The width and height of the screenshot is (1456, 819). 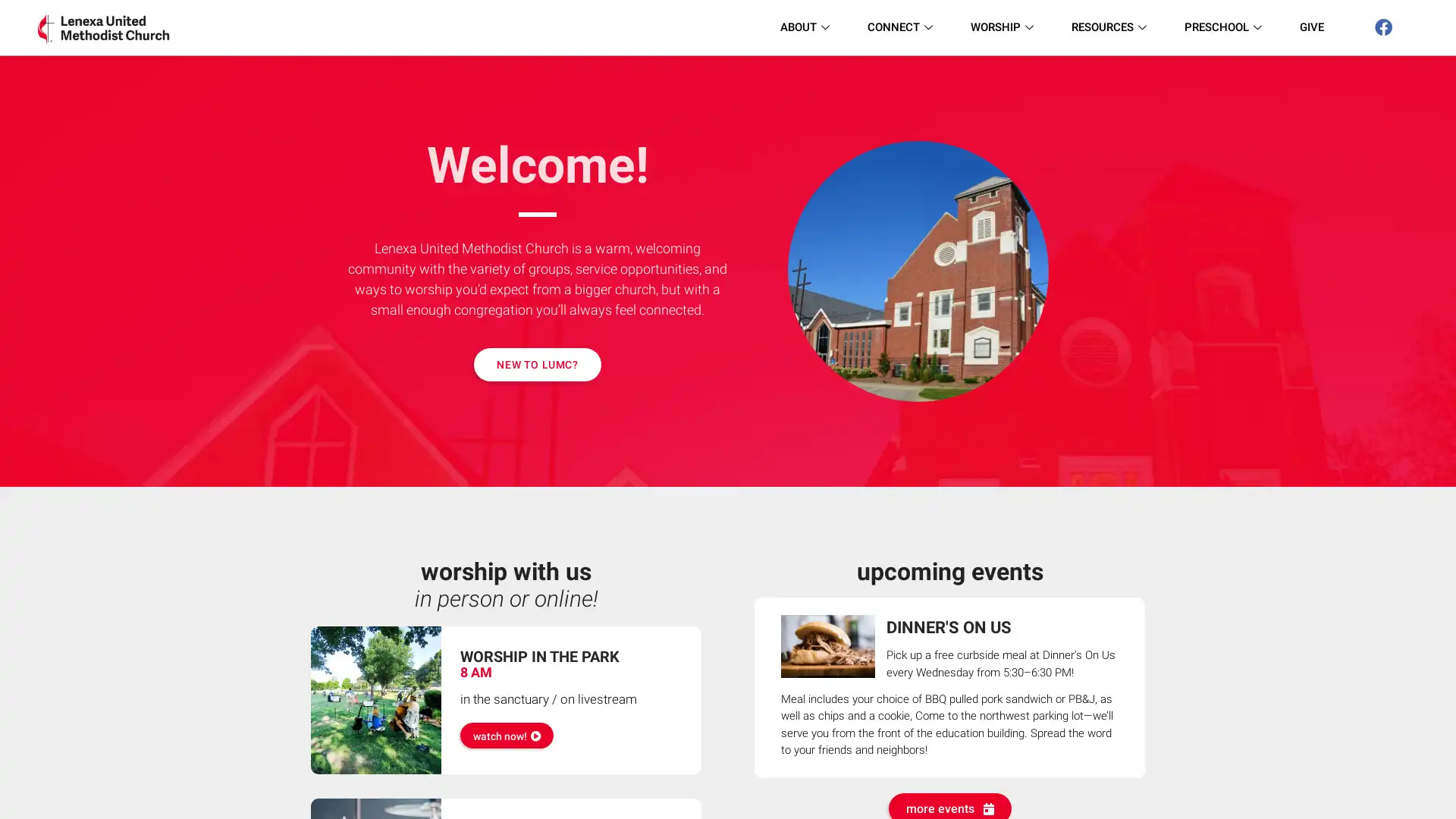 What do you see at coordinates (537, 363) in the screenshot?
I see `NEW TO LUMC?` at bounding box center [537, 363].